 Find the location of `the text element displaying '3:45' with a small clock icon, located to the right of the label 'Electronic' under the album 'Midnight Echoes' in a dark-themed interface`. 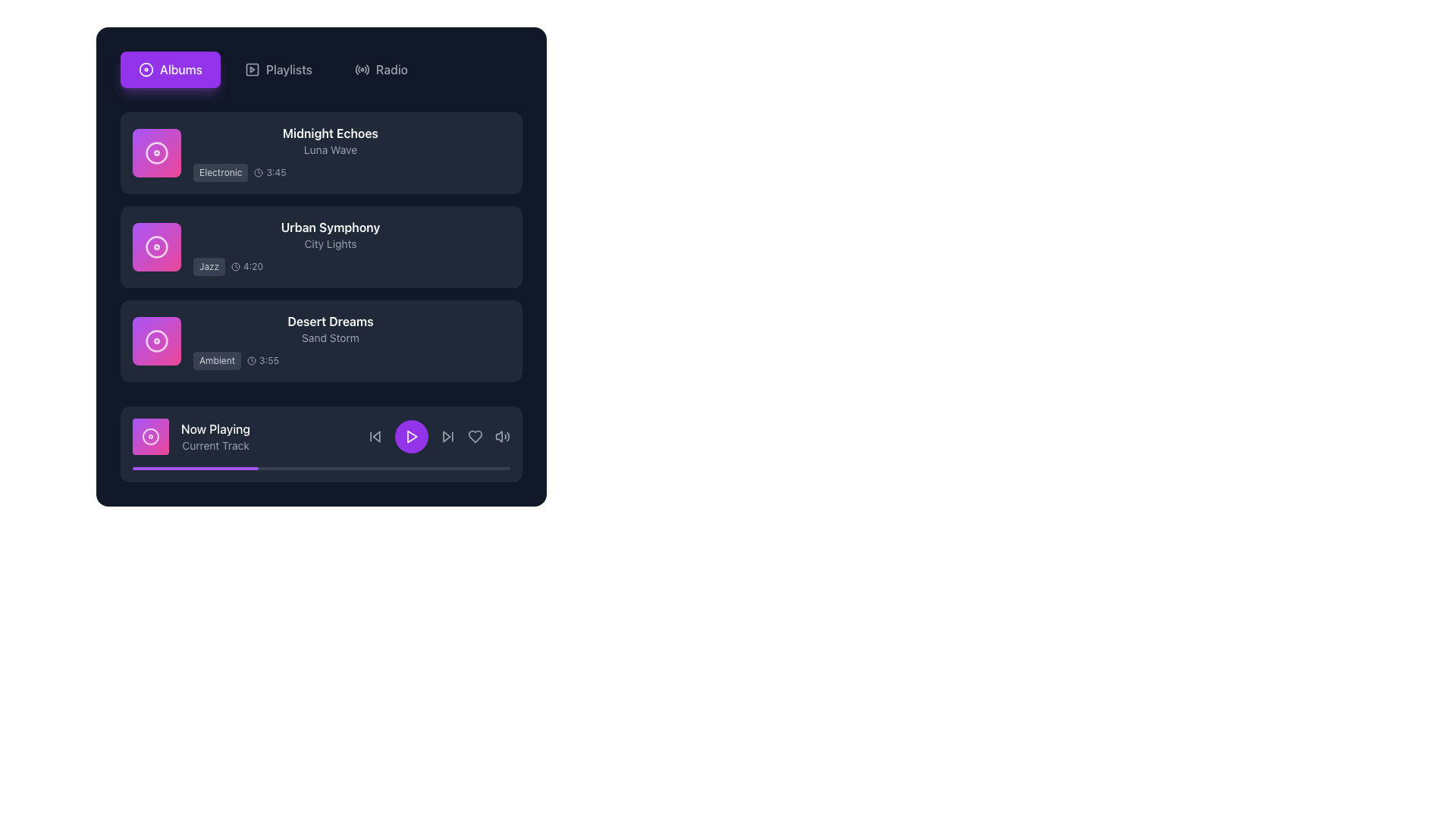

the text element displaying '3:45' with a small clock icon, located to the right of the label 'Electronic' under the album 'Midnight Echoes' in a dark-themed interface is located at coordinates (270, 171).